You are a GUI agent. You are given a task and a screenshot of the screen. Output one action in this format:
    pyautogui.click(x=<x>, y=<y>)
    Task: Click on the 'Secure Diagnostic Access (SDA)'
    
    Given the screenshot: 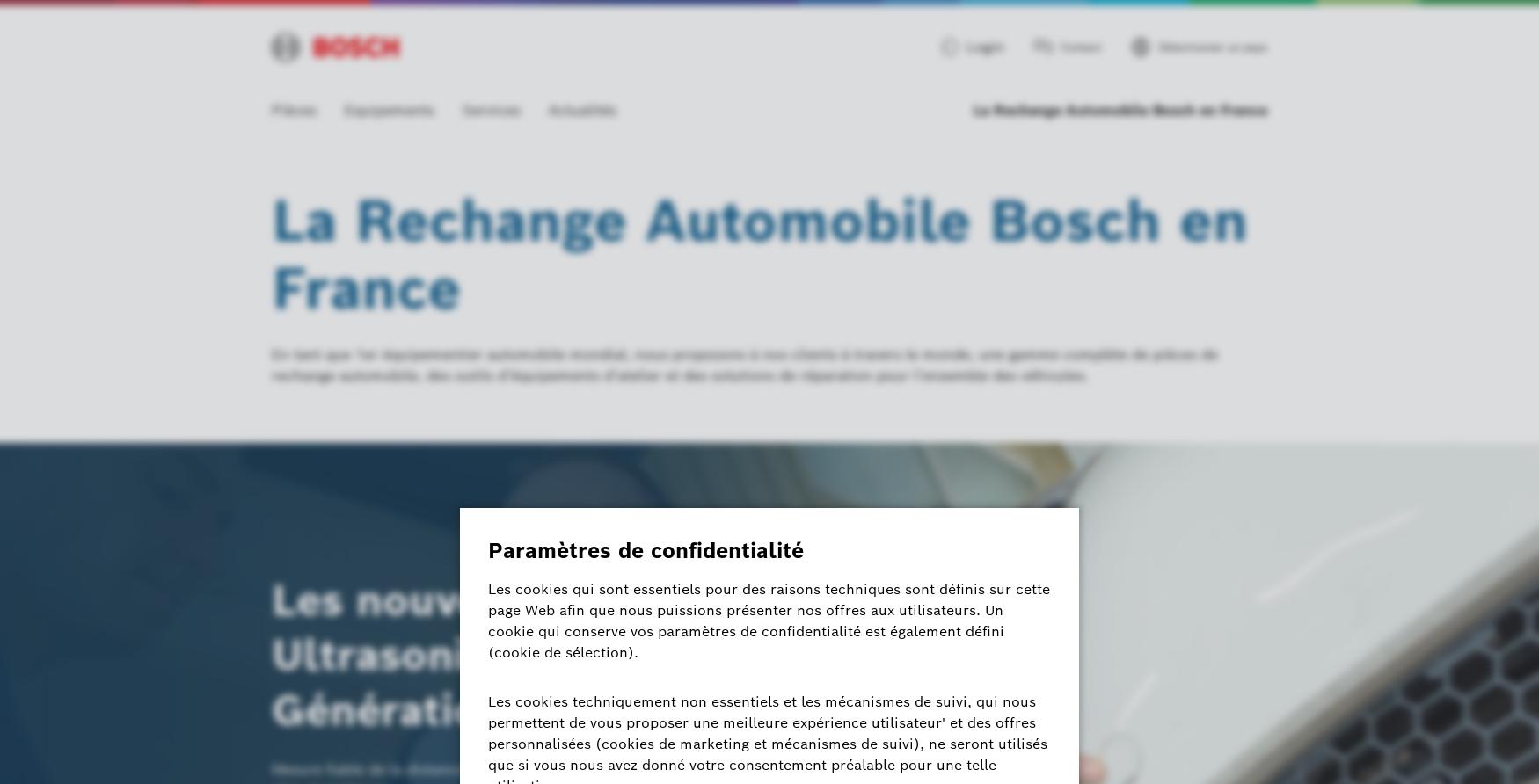 What is the action you would take?
    pyautogui.click(x=373, y=580)
    